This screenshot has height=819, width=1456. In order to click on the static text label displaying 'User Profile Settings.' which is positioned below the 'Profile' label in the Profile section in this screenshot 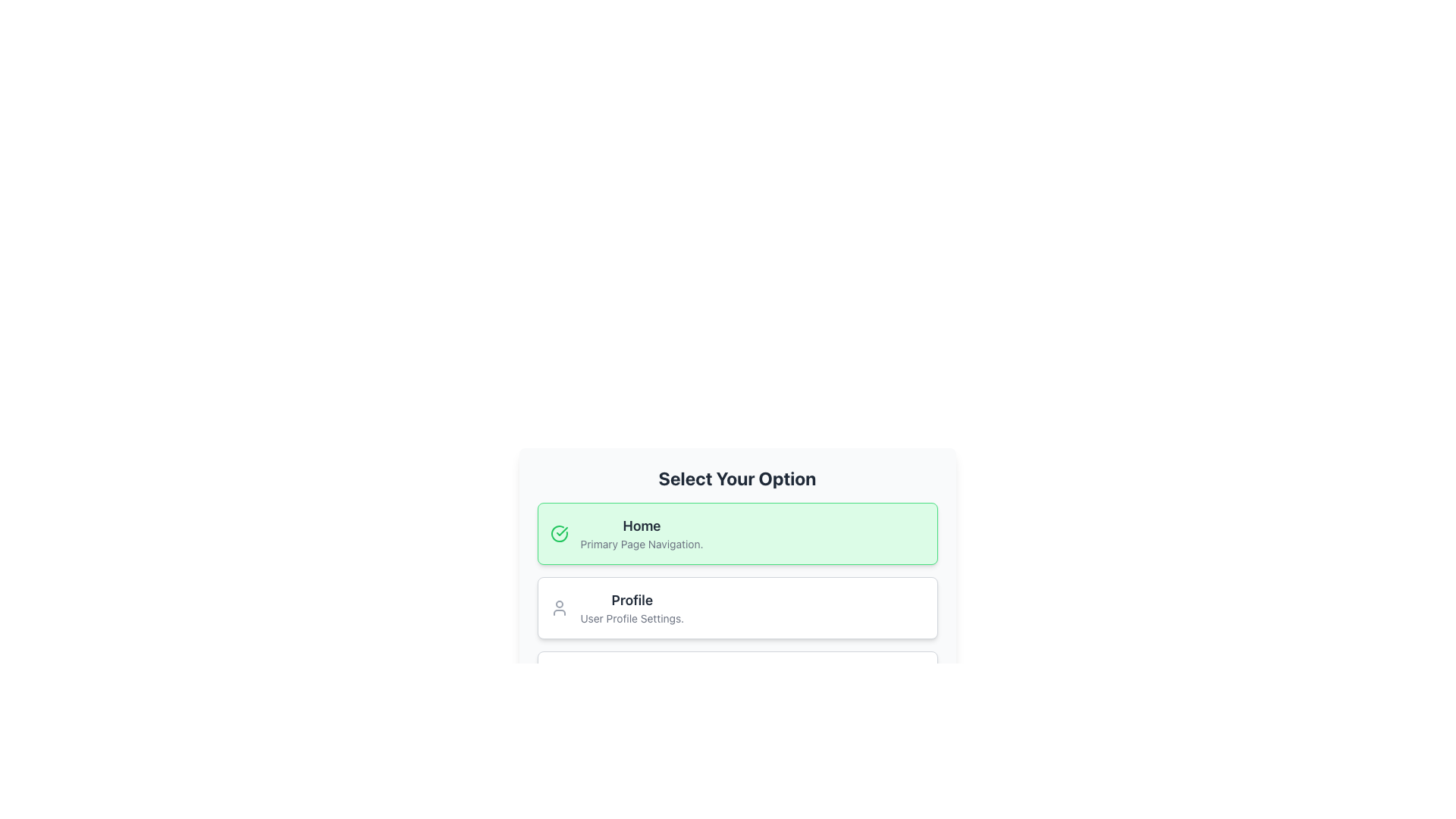, I will do `click(632, 619)`.